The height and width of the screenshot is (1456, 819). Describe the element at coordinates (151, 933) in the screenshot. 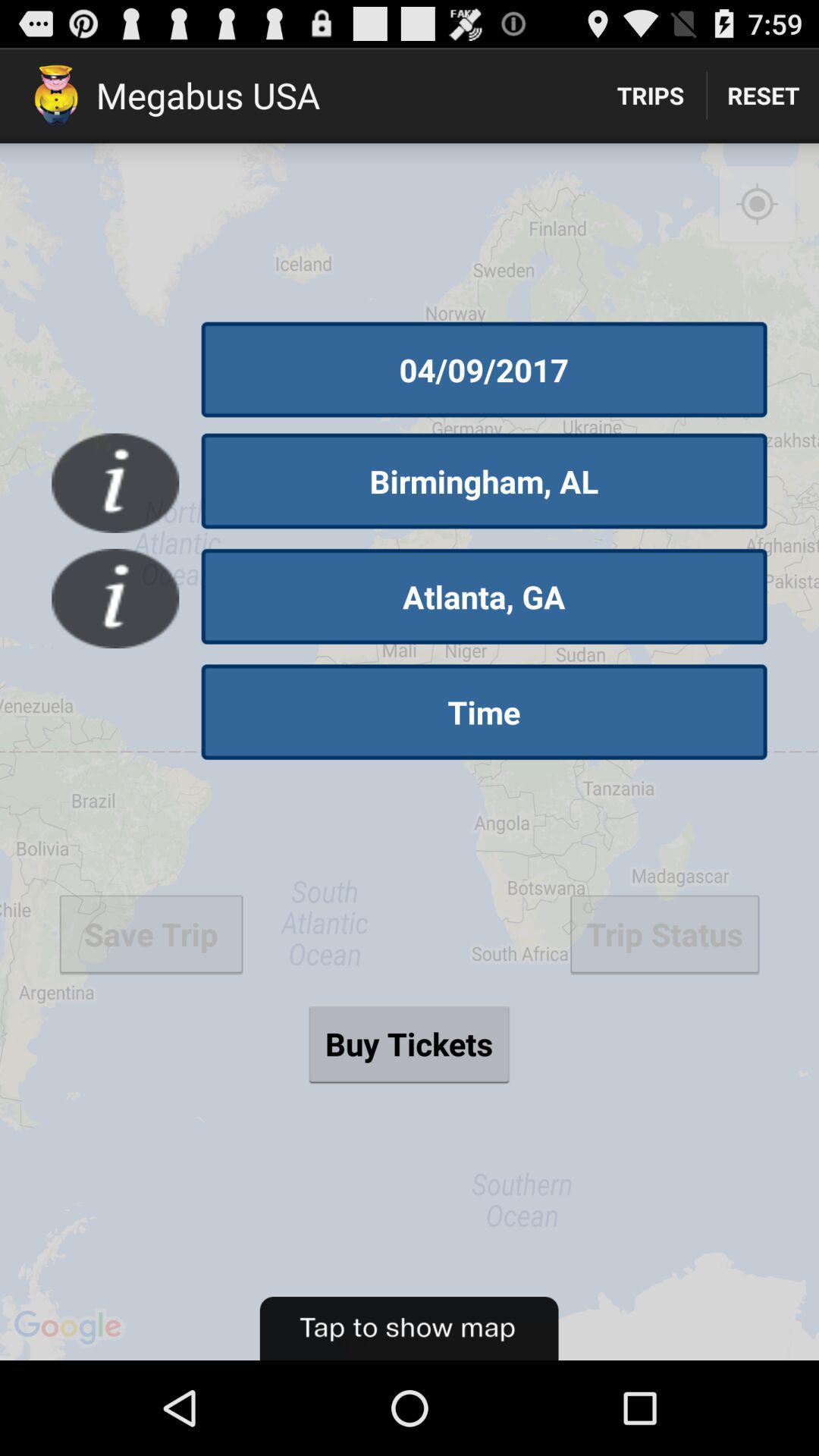

I see `the save trip icon` at that location.